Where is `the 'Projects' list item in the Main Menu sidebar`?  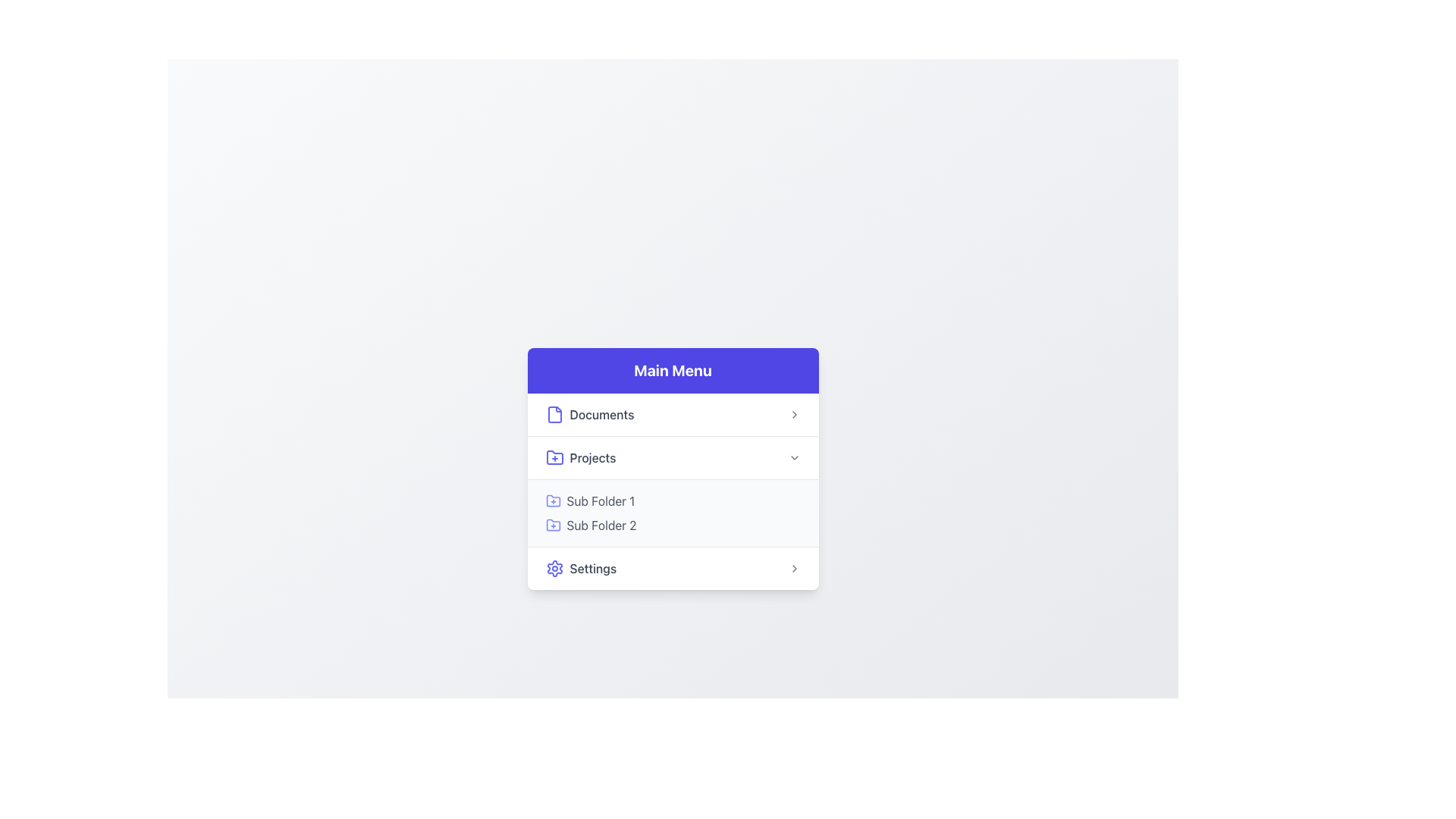 the 'Projects' list item in the Main Menu sidebar is located at coordinates (672, 456).